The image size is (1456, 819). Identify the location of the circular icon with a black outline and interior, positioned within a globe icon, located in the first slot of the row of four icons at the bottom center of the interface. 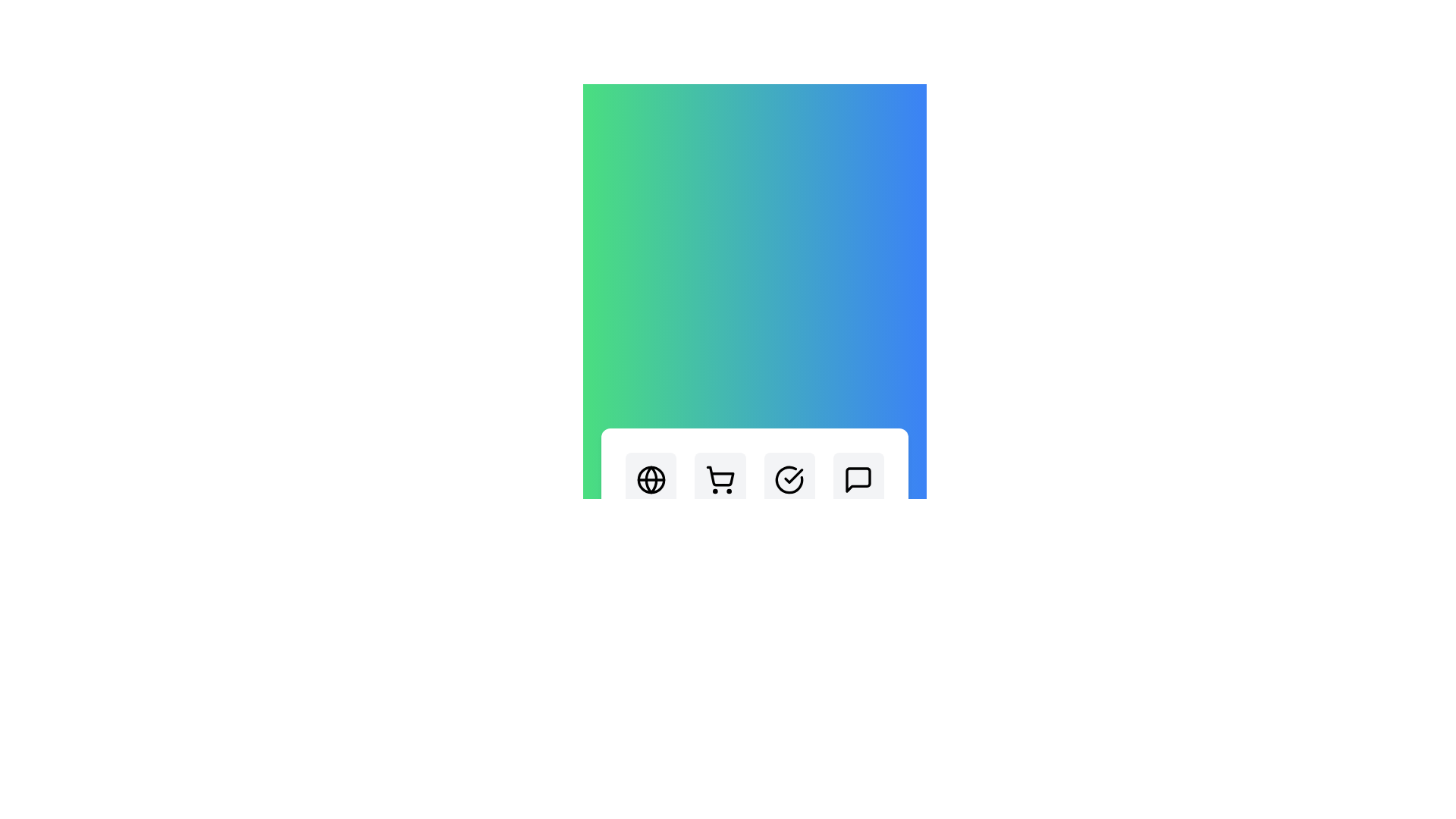
(651, 479).